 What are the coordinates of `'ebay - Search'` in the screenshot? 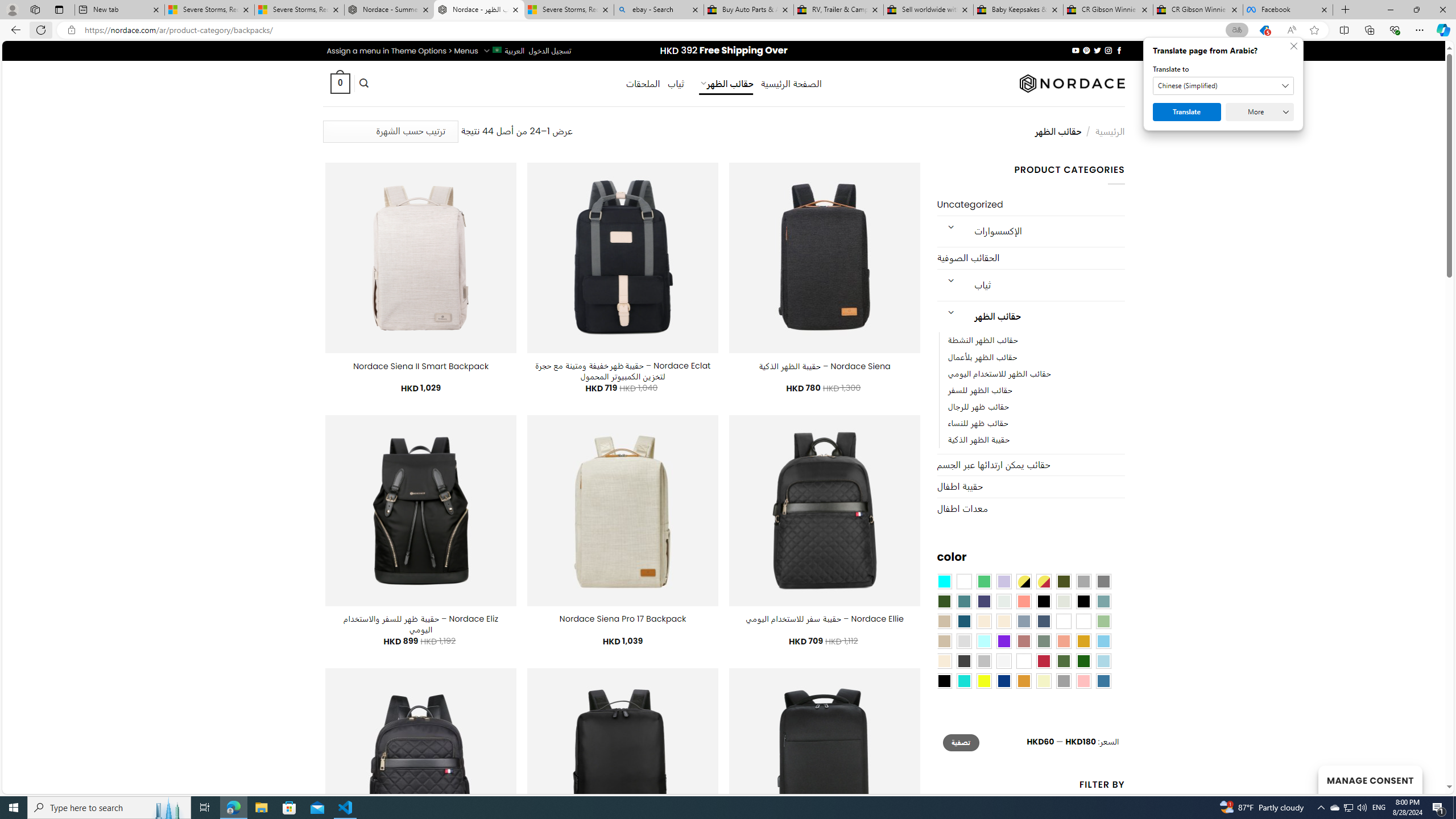 It's located at (658, 9).